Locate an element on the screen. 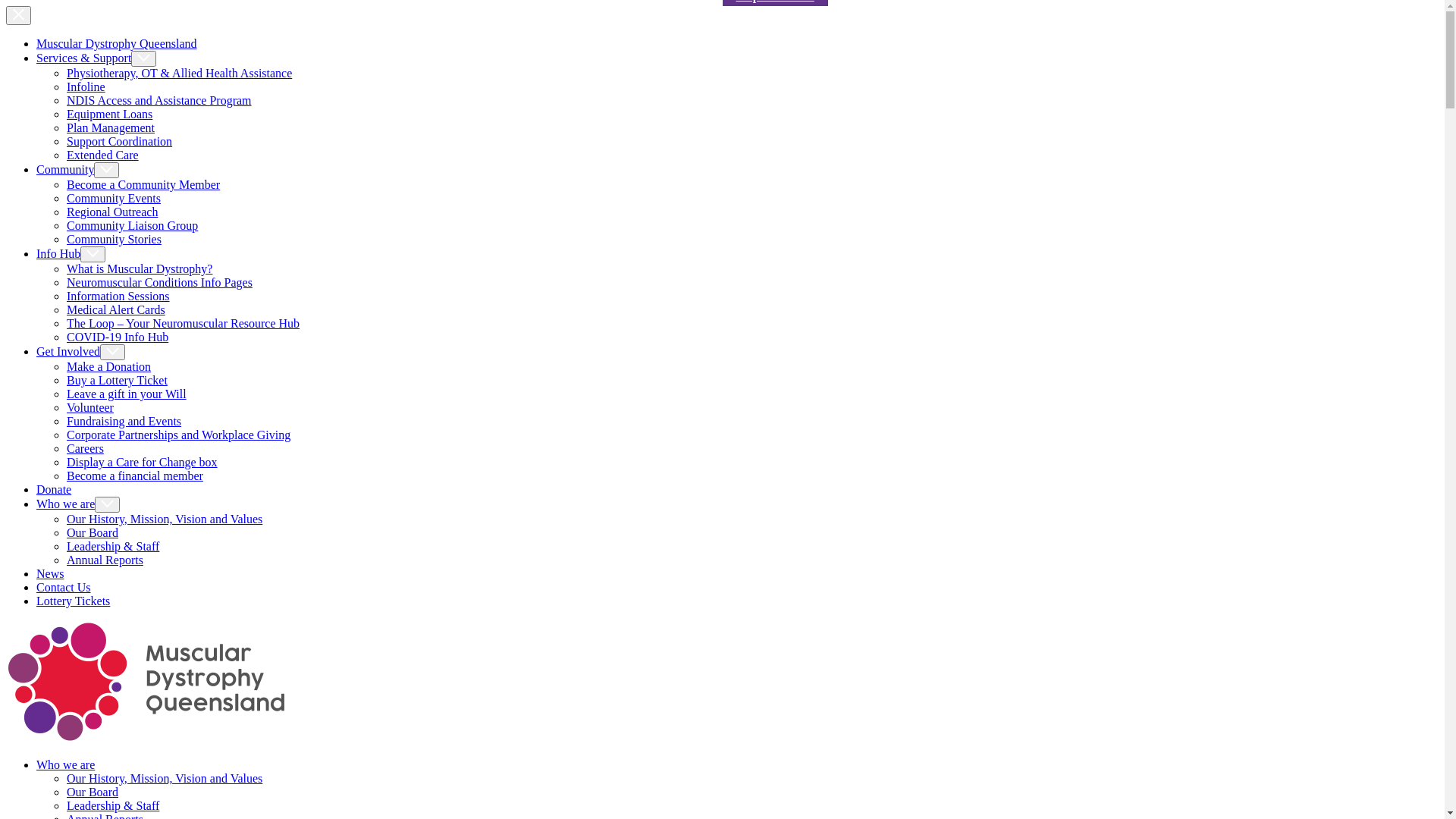  'Community Liaison Group' is located at coordinates (132, 225).